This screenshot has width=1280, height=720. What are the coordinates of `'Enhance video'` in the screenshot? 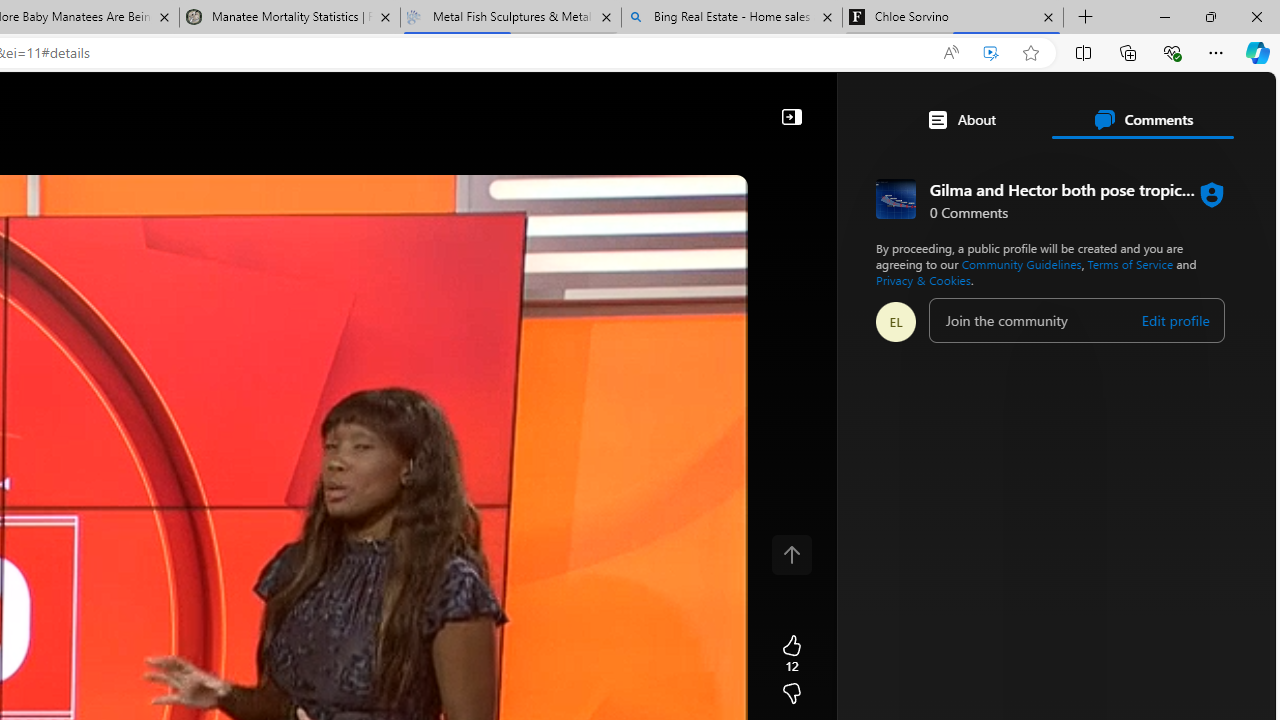 It's located at (991, 52).